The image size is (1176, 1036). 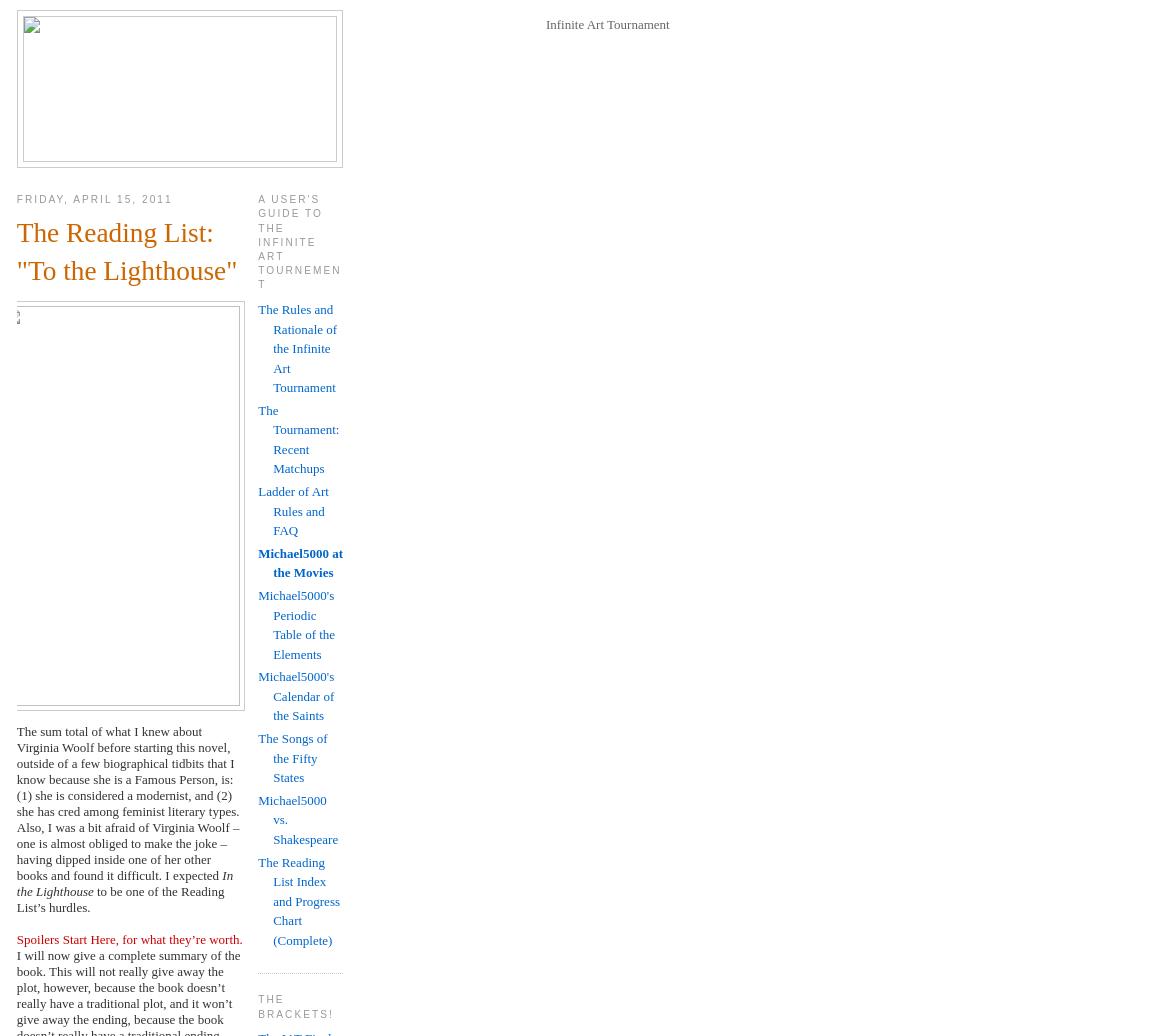 What do you see at coordinates (299, 242) in the screenshot?
I see `'A User's Guide to the Infinite Art Tournement'` at bounding box center [299, 242].